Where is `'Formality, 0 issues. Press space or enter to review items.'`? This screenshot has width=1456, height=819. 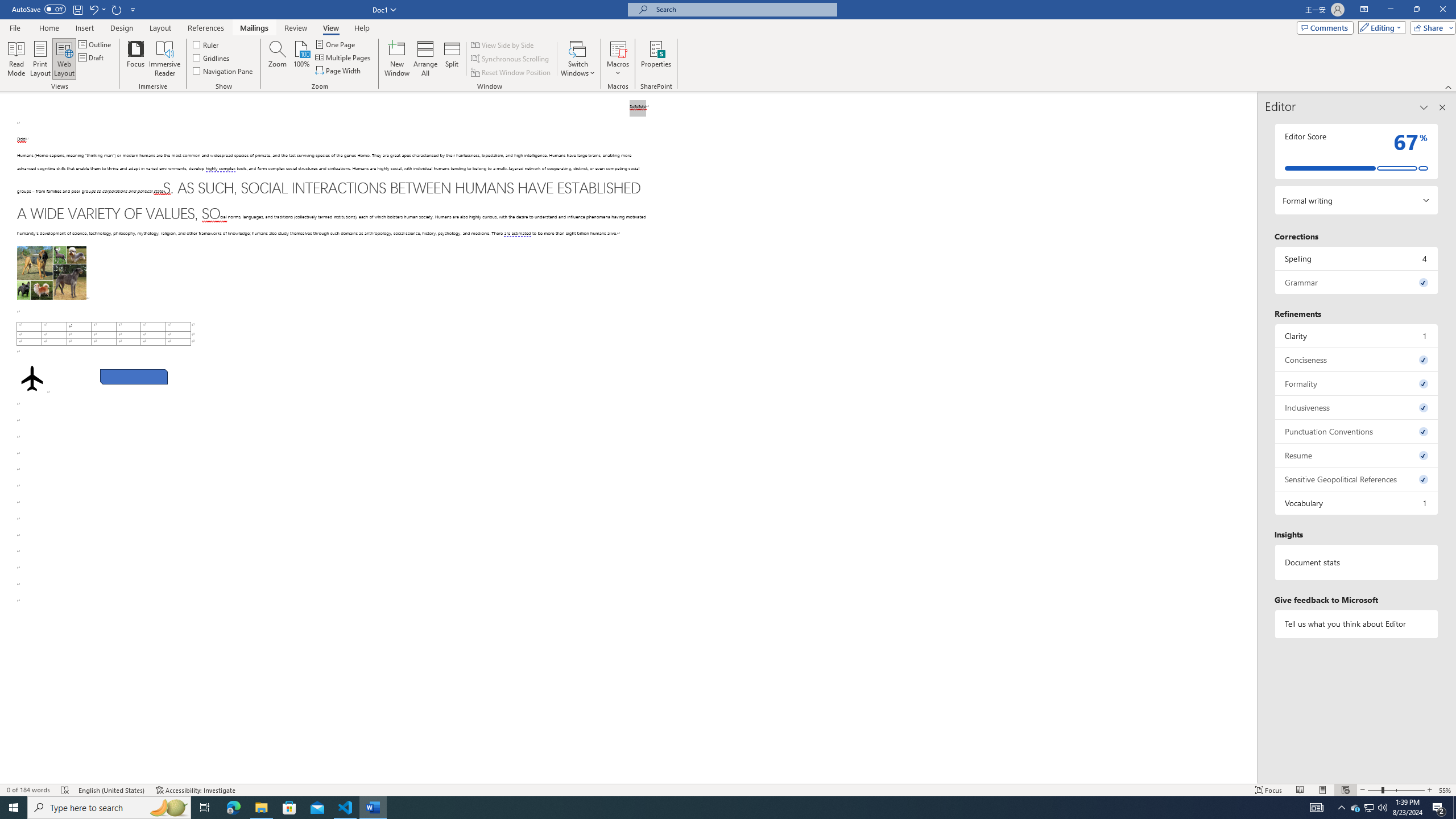 'Formality, 0 issues. Press space or enter to review items.' is located at coordinates (1356, 383).